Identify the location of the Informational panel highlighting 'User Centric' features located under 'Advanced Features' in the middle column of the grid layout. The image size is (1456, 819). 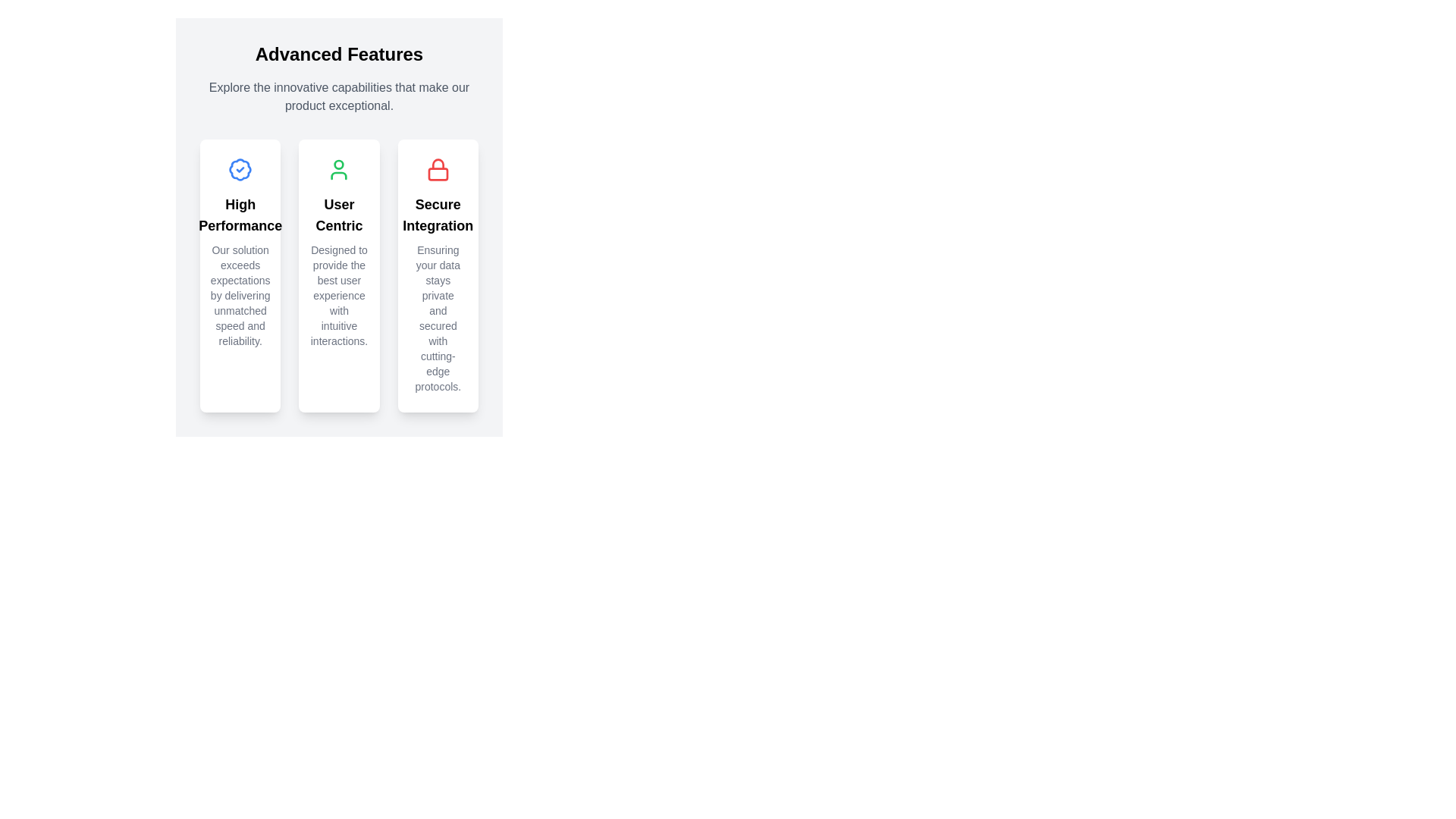
(338, 275).